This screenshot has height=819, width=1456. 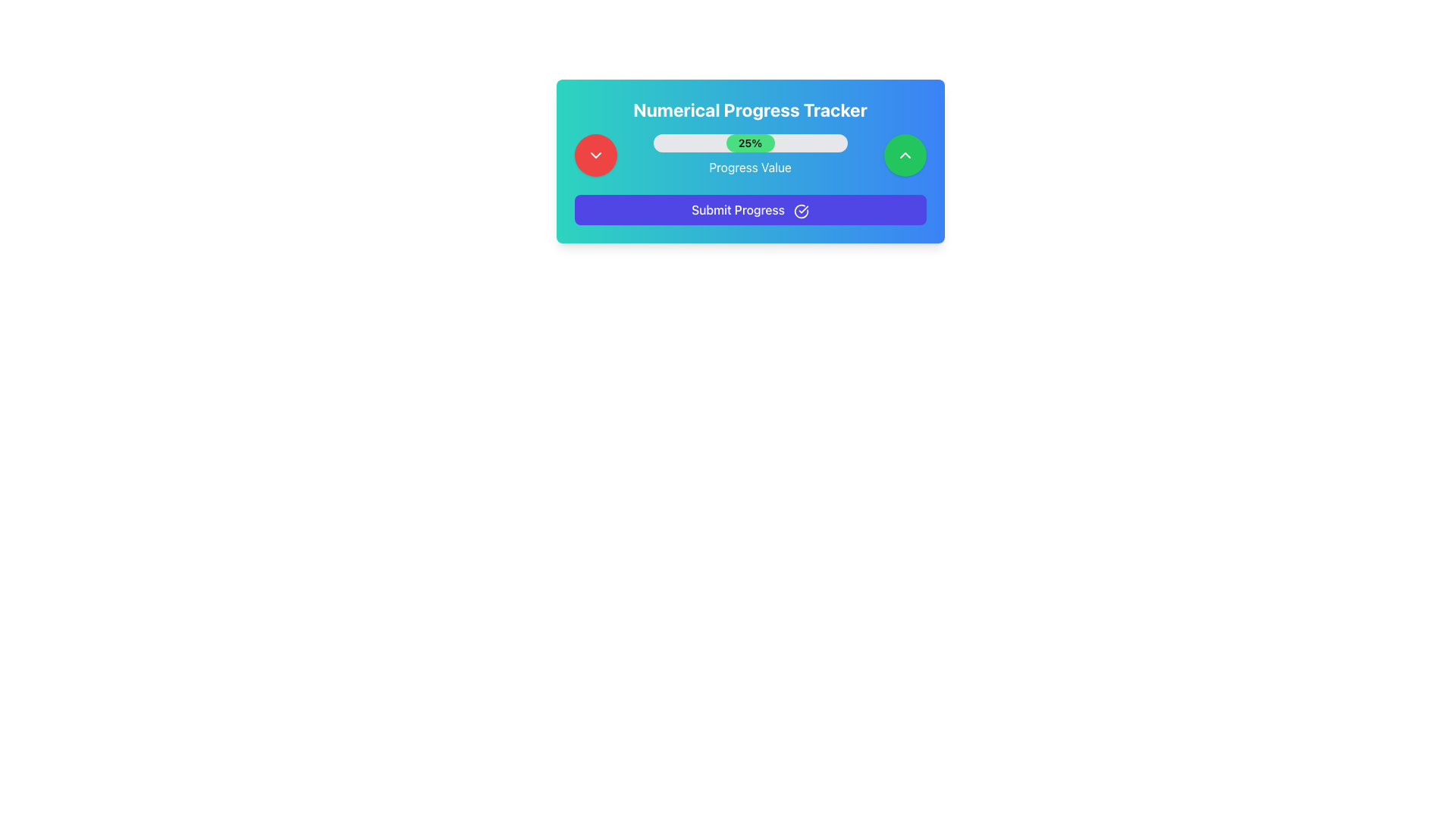 What do you see at coordinates (905, 155) in the screenshot?
I see `the upward-facing chevron icon within the circular green button located on the right side of the 'Numerical Progress Tracker' section` at bounding box center [905, 155].